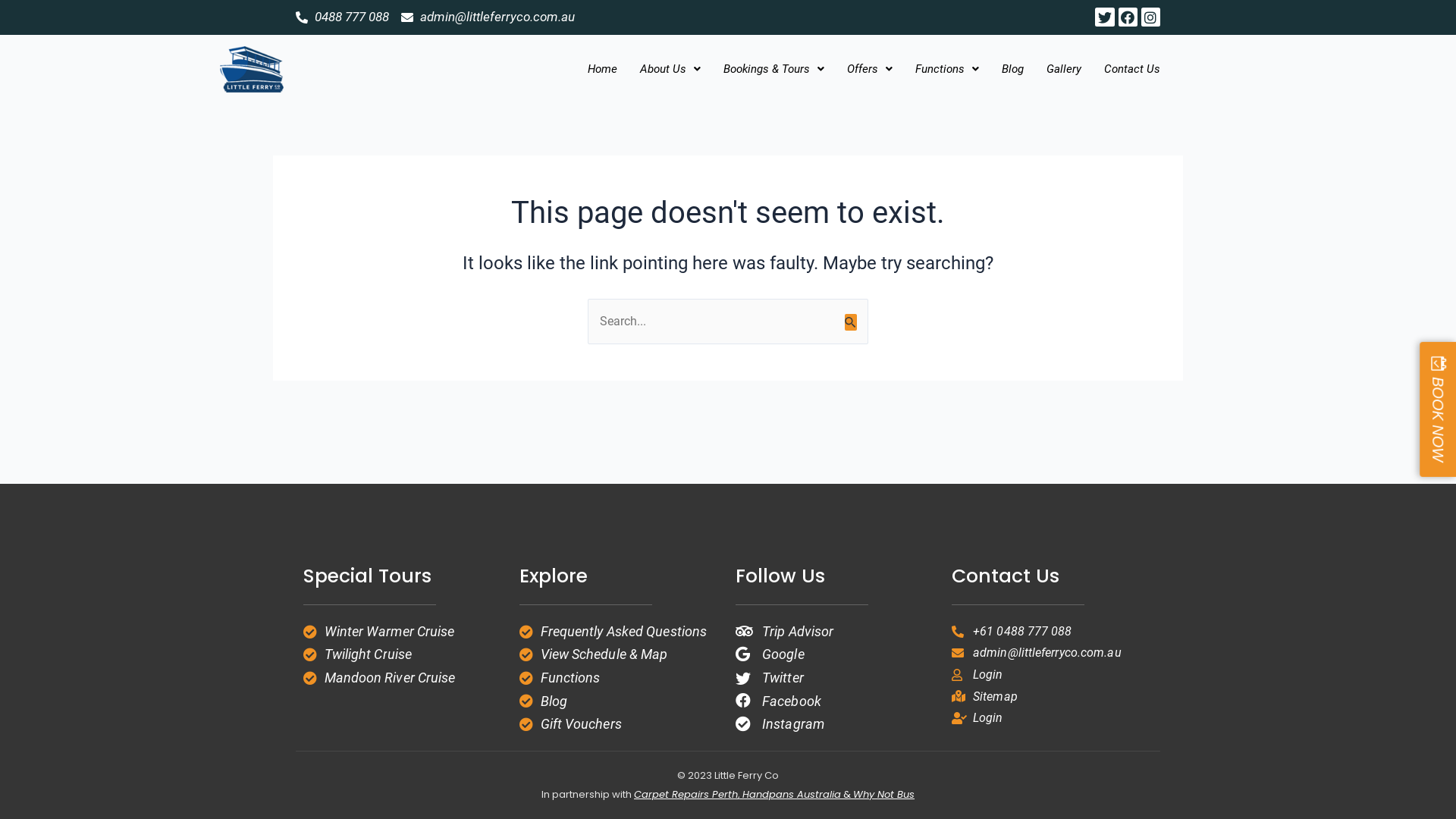 The height and width of the screenshot is (819, 1456). What do you see at coordinates (1131, 69) in the screenshot?
I see `'Contact Us'` at bounding box center [1131, 69].